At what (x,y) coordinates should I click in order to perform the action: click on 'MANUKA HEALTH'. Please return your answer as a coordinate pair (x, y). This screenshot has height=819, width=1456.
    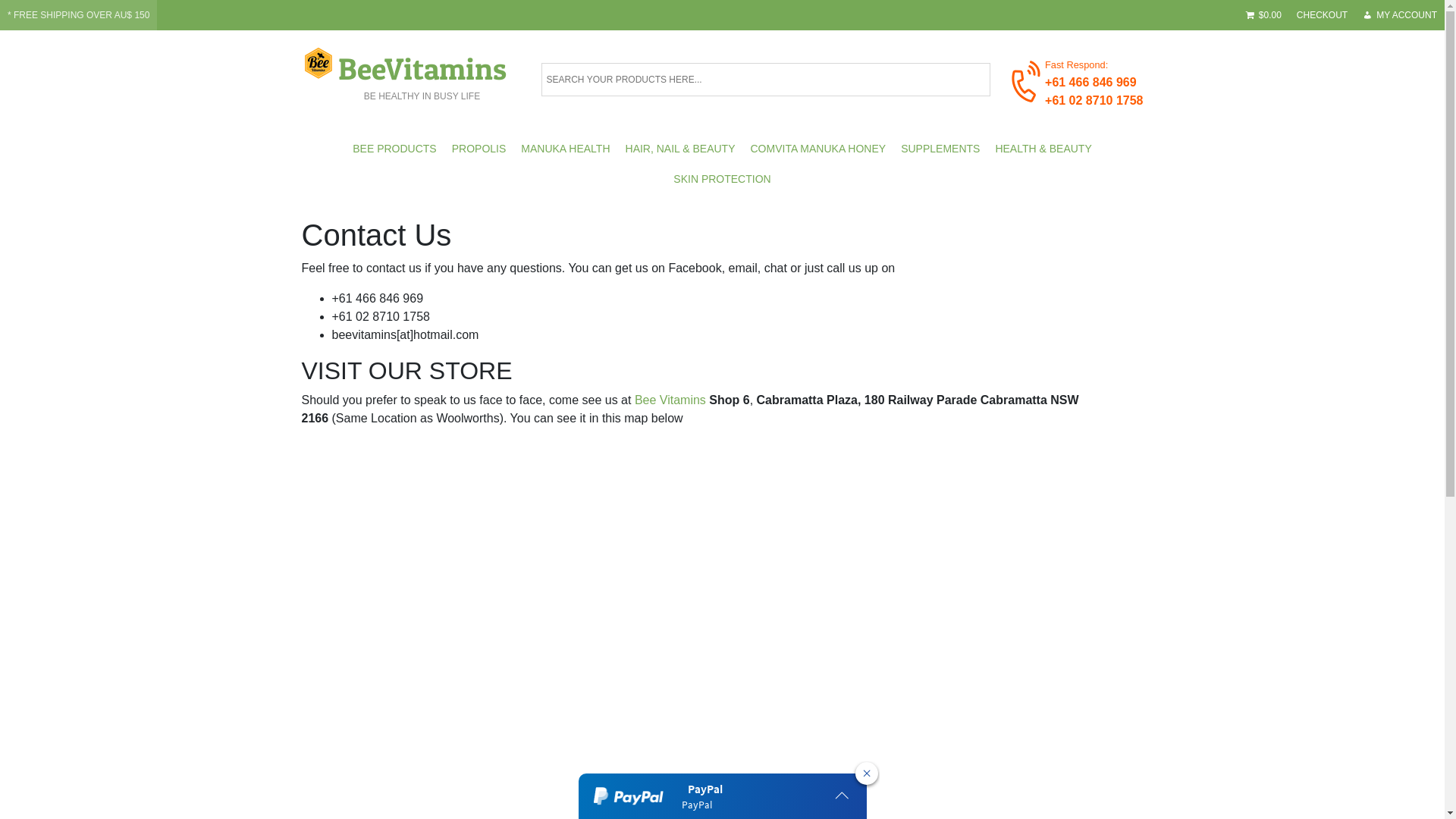
    Looking at the image, I should click on (564, 149).